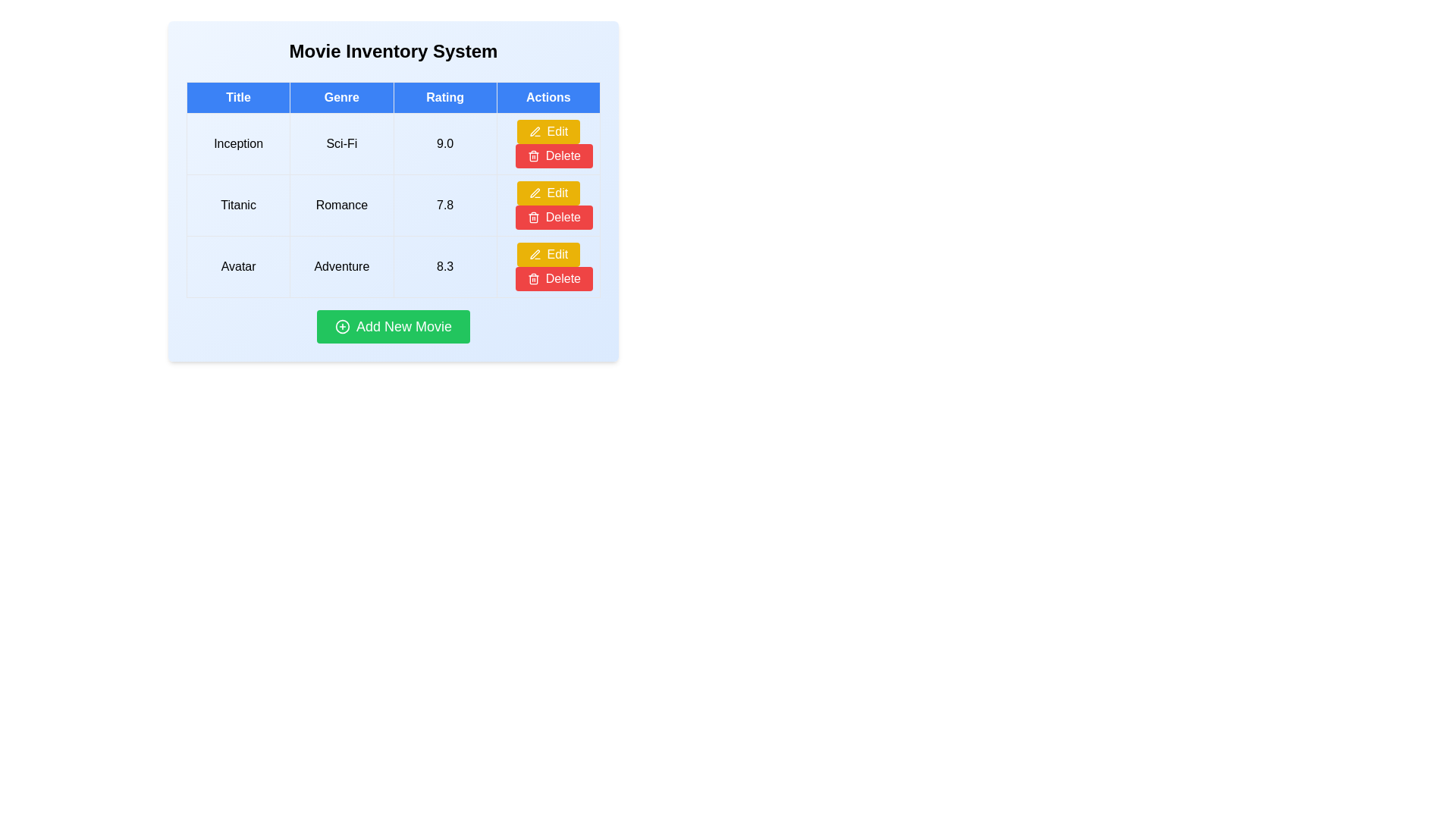 The height and width of the screenshot is (819, 1456). Describe the element at coordinates (533, 157) in the screenshot. I see `the 'Delete' button associated with the trash icon for the movie 'Titanic' to trigger the delete action` at that location.